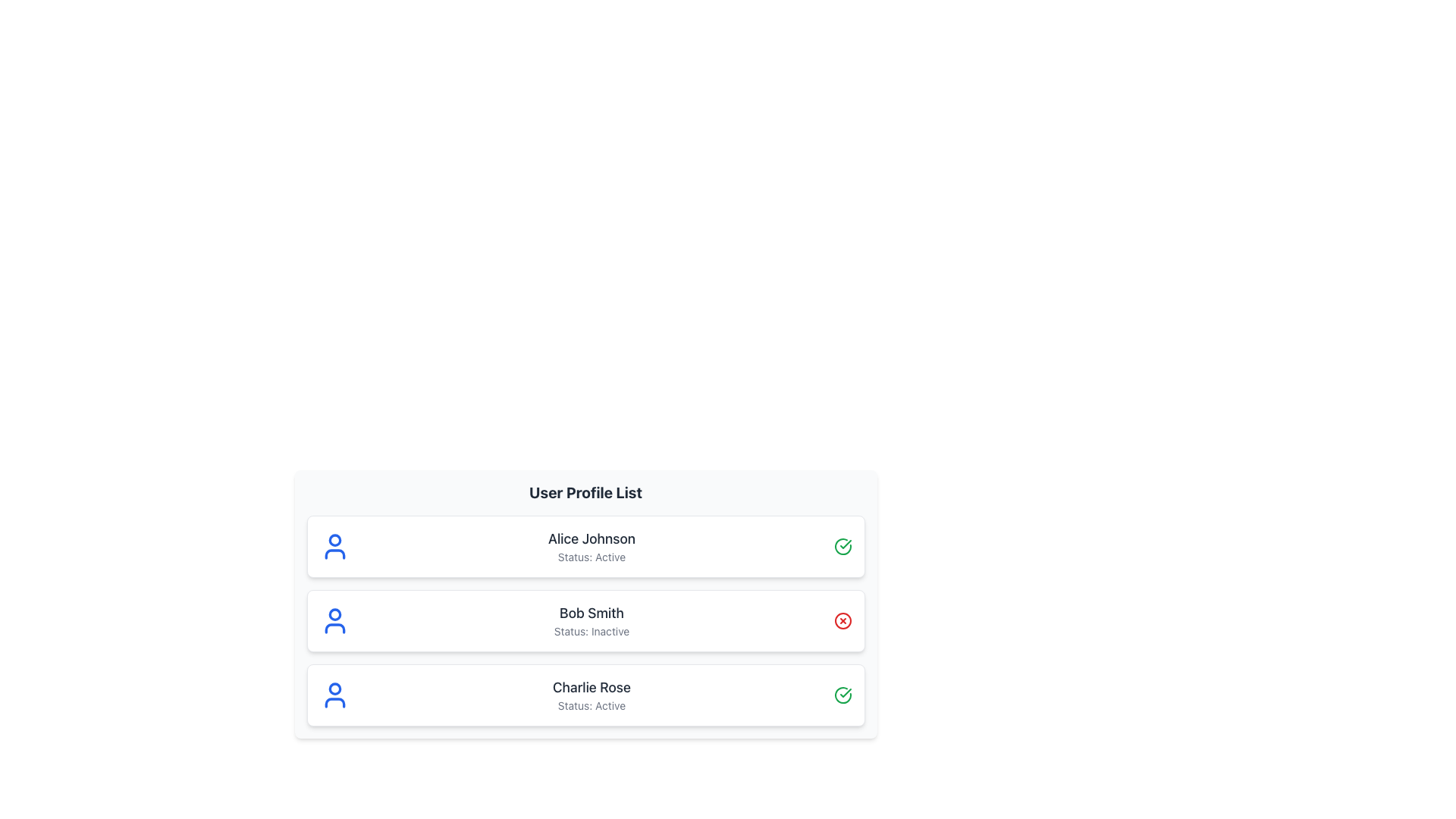  What do you see at coordinates (842, 695) in the screenshot?
I see `the green circular icon with a check mark inside, which is part of Charlie Rose's profile card, located at the right end of the card next to the status information` at bounding box center [842, 695].